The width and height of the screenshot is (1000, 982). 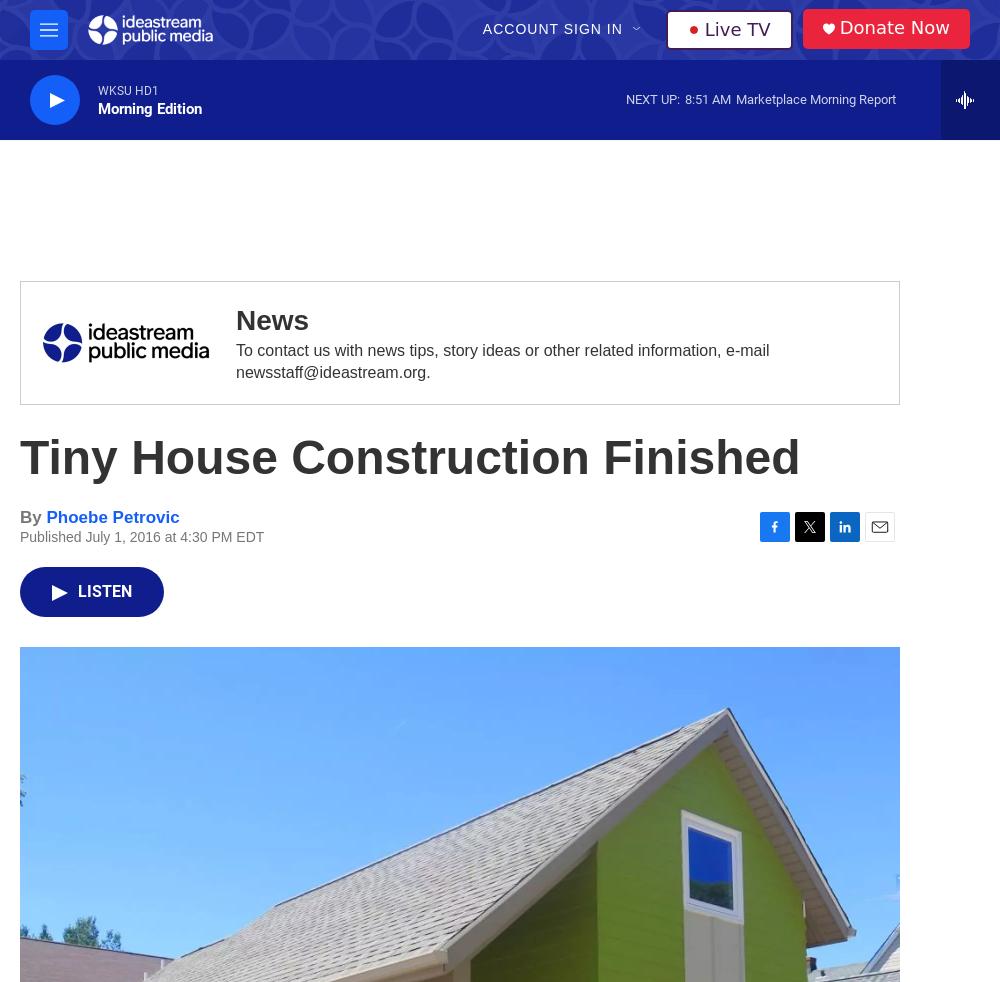 I want to click on 'Donate Now', so click(x=894, y=26).